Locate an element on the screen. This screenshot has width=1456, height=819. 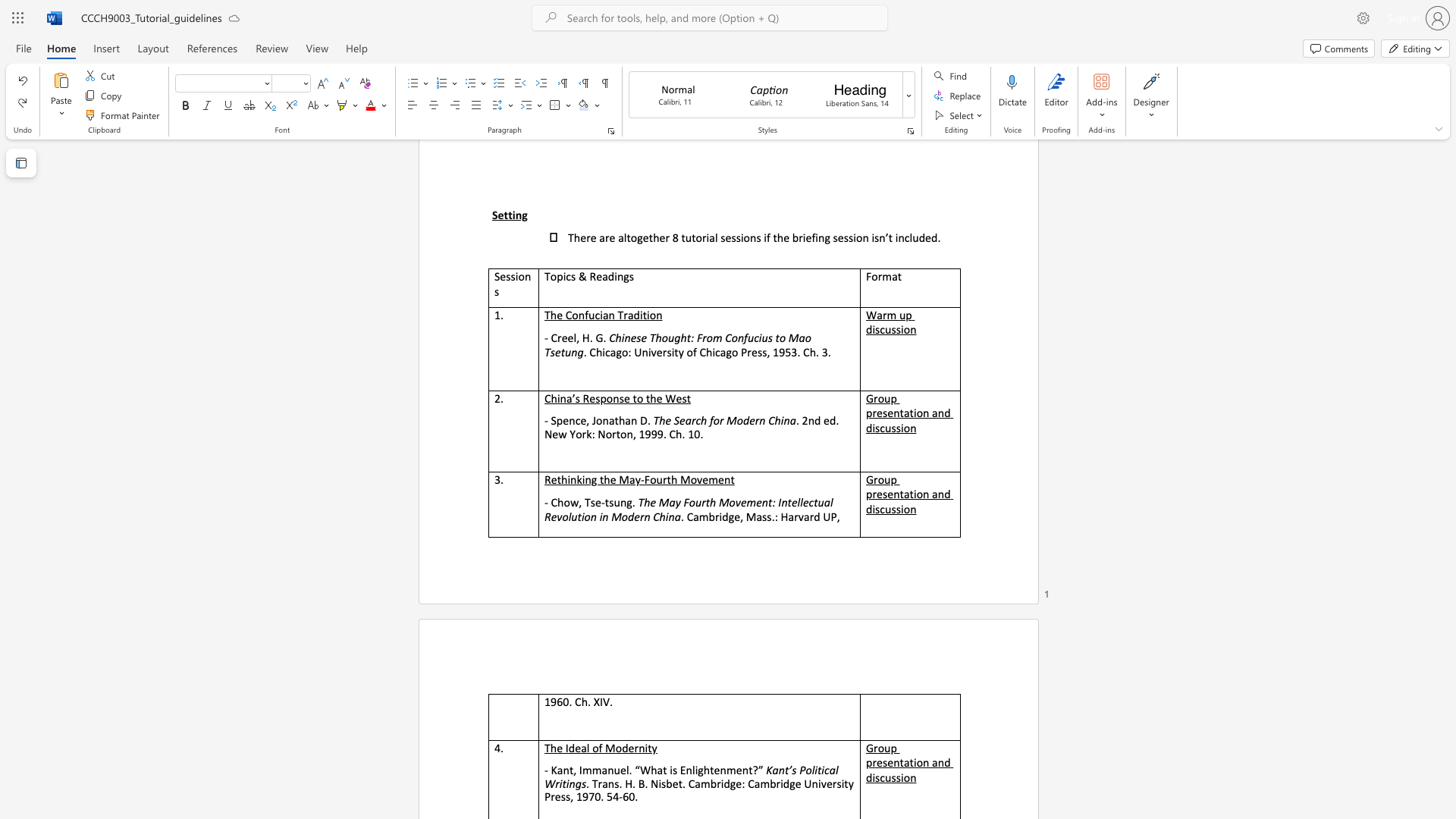
the subset text "cal Writing" within the text "Kant’s Political Writings" is located at coordinates (824, 770).